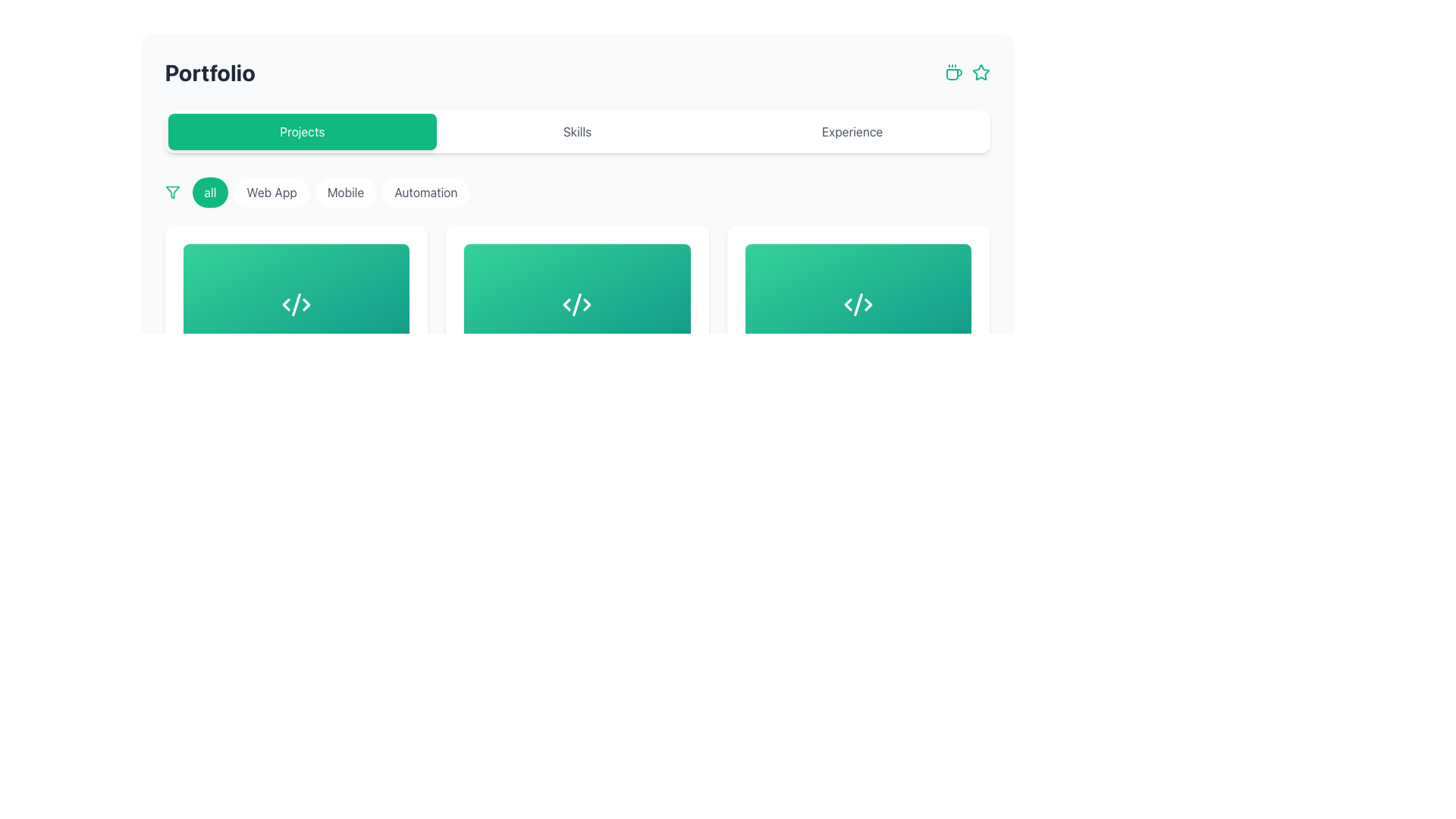  Describe the element at coordinates (576, 130) in the screenshot. I see `the centered 'Skills' tab in the navigation bar to trigger its visual change` at that location.